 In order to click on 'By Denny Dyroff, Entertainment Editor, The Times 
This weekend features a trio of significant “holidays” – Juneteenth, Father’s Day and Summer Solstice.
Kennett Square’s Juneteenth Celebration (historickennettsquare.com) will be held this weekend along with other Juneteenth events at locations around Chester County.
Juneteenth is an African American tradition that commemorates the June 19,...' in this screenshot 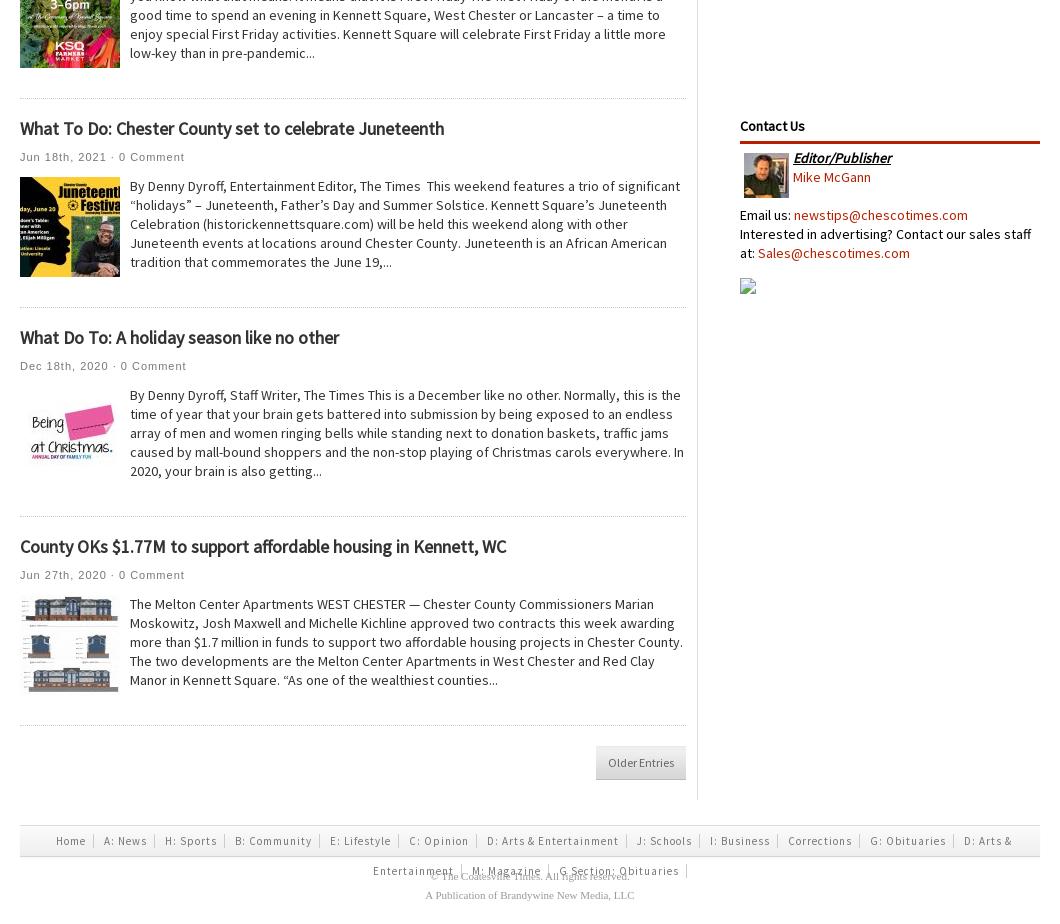, I will do `click(129, 223)`.